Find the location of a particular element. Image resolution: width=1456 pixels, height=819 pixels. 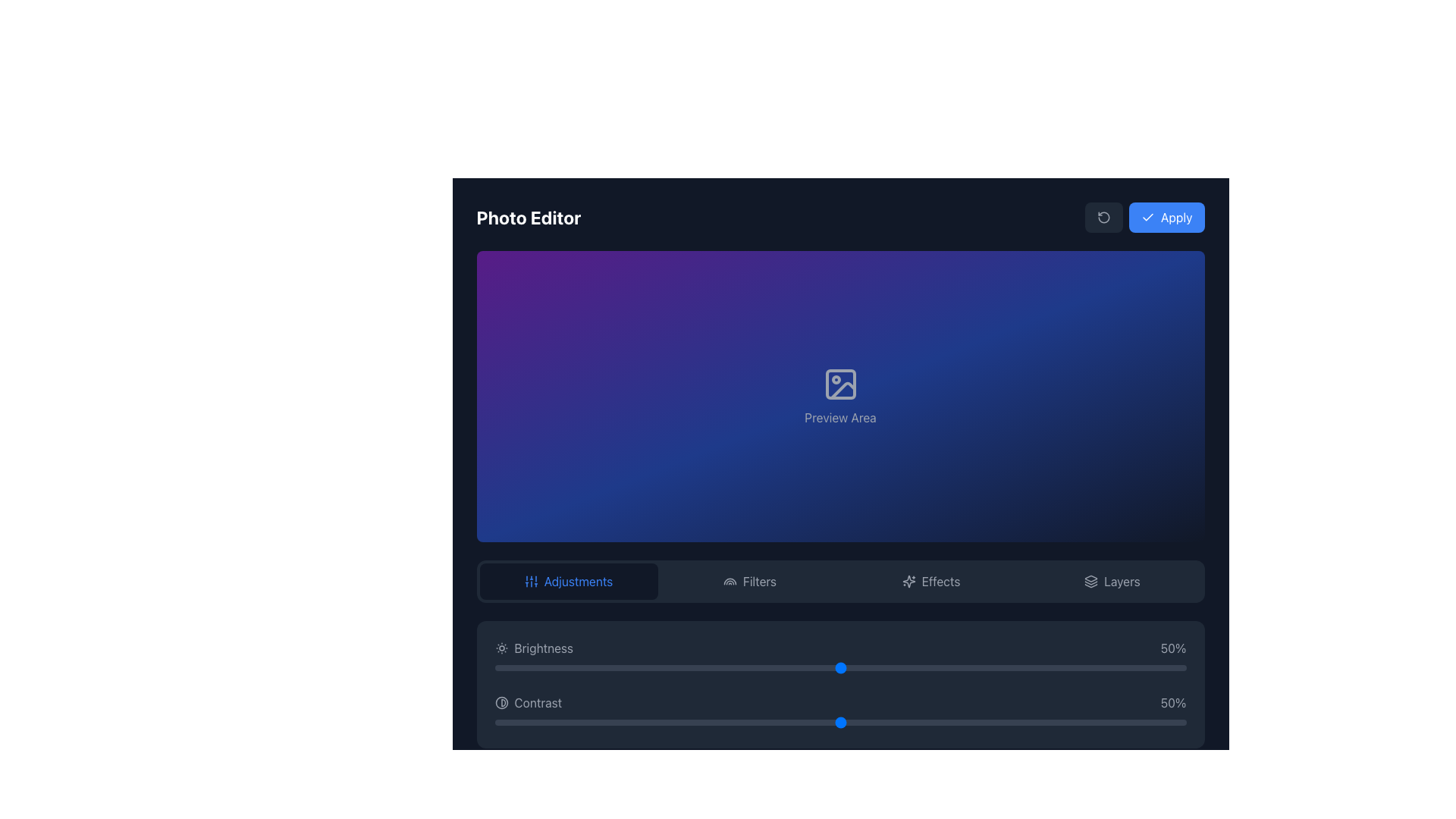

the text label inside the selectable button on the leftmost side of the segmented control bar is located at coordinates (578, 581).